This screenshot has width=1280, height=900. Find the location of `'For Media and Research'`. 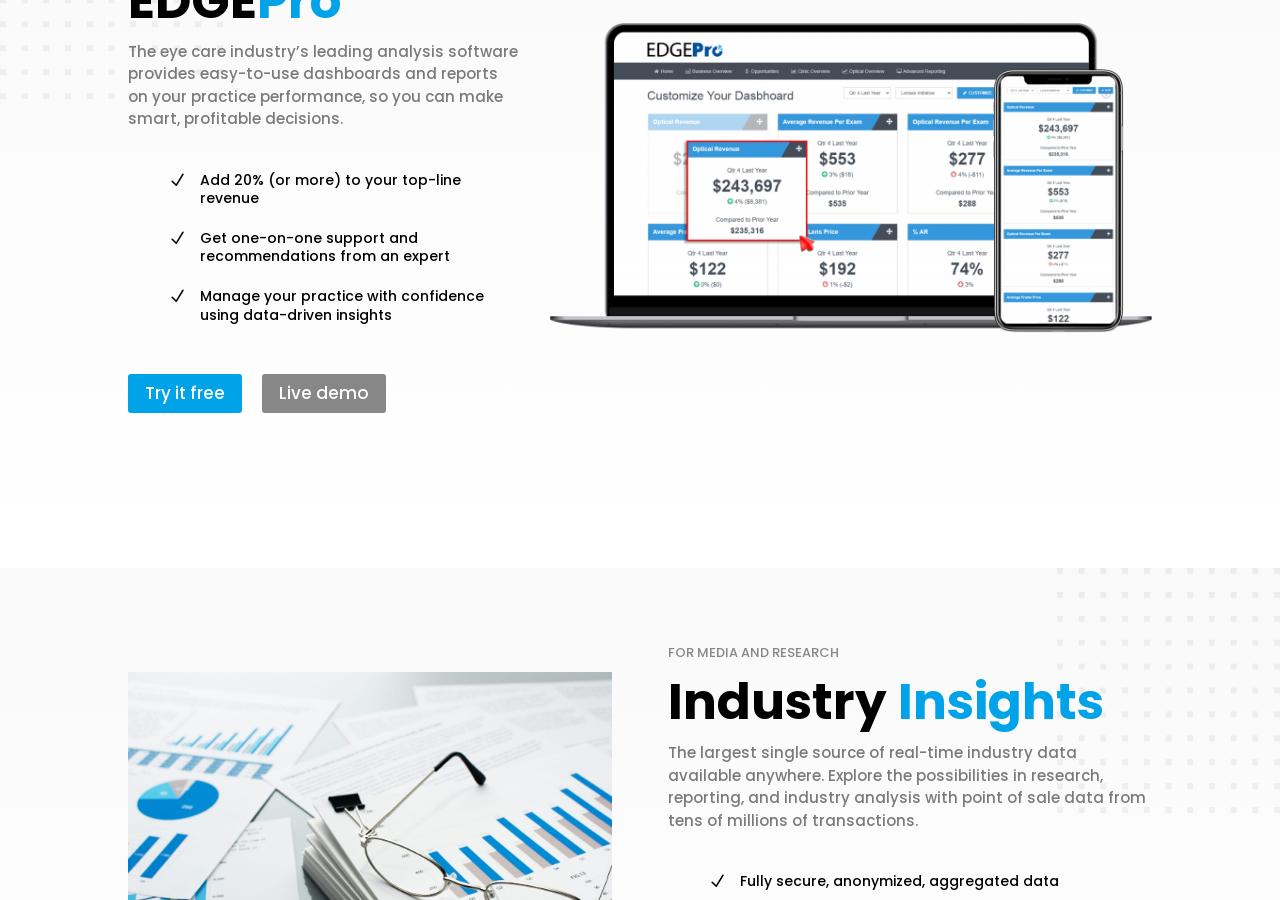

'For Media and Research' is located at coordinates (752, 652).